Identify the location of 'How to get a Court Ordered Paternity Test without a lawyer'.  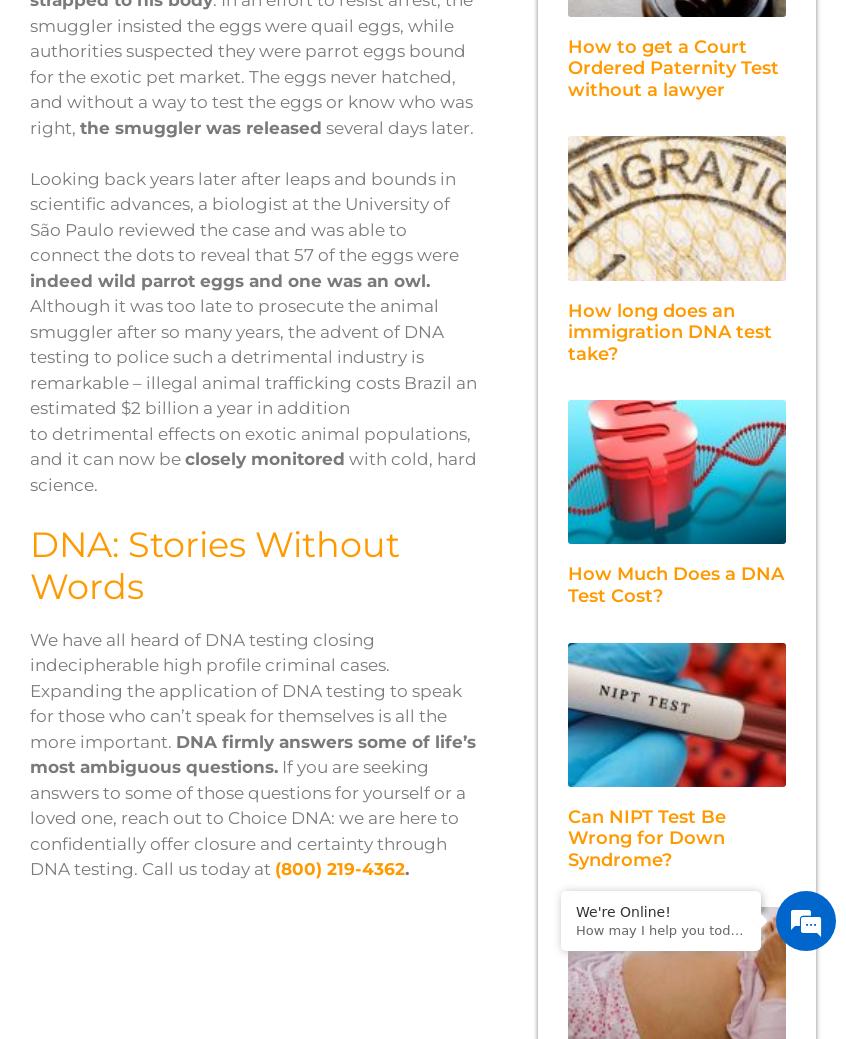
(672, 66).